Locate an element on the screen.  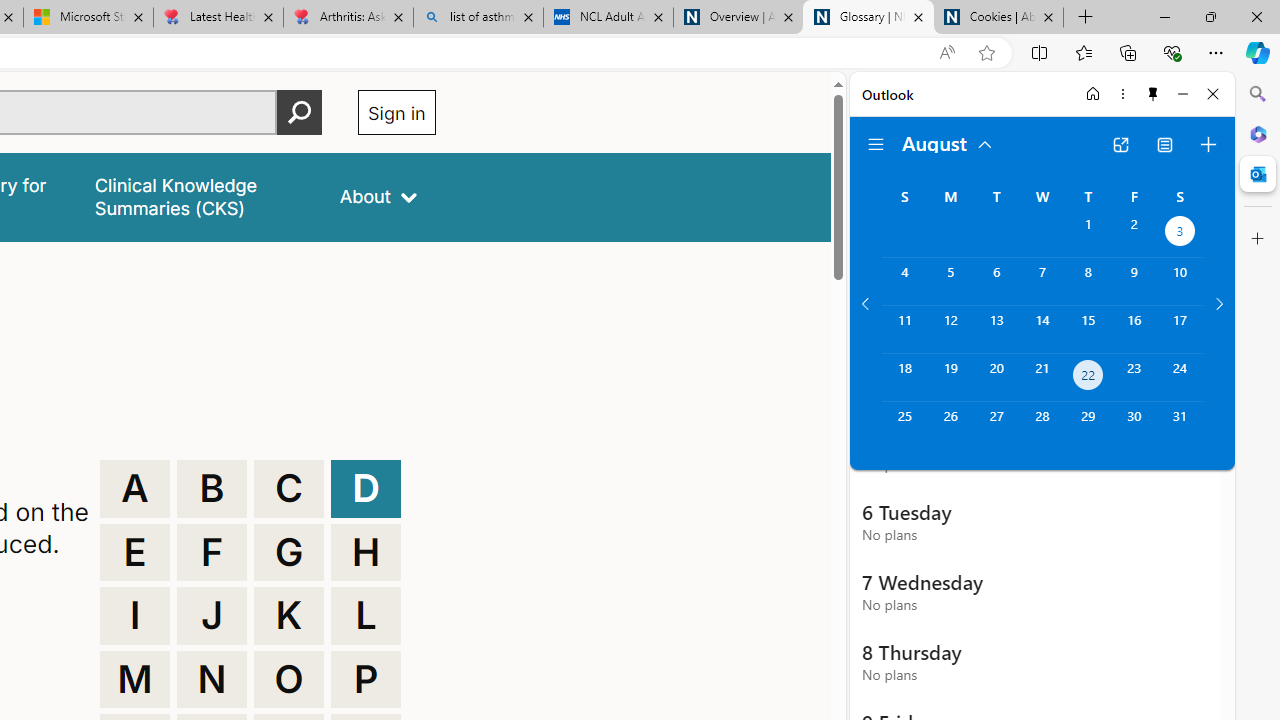
'August' is located at coordinates (947, 141).